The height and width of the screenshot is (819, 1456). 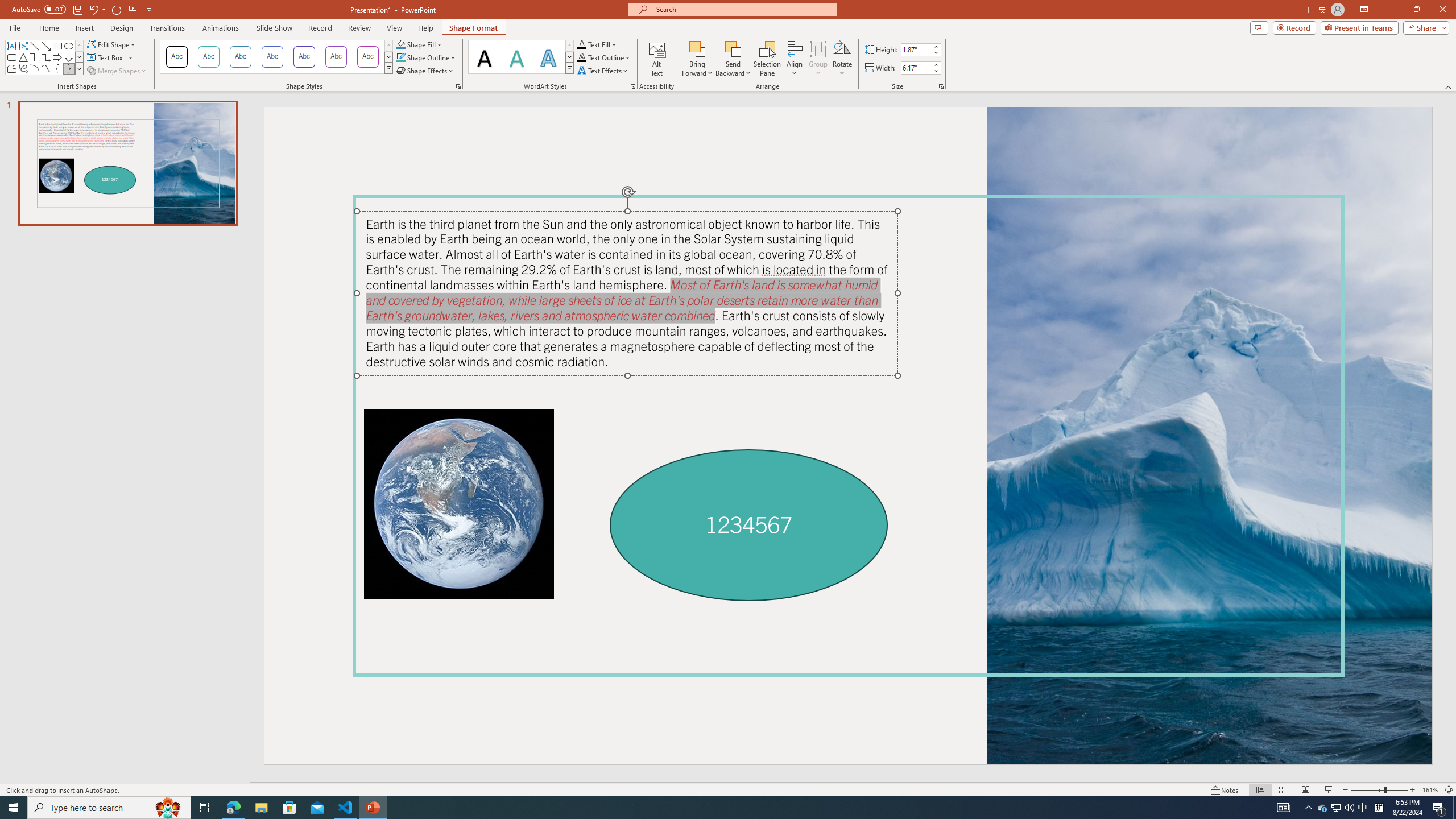 What do you see at coordinates (167, 28) in the screenshot?
I see `'Transitions'` at bounding box center [167, 28].